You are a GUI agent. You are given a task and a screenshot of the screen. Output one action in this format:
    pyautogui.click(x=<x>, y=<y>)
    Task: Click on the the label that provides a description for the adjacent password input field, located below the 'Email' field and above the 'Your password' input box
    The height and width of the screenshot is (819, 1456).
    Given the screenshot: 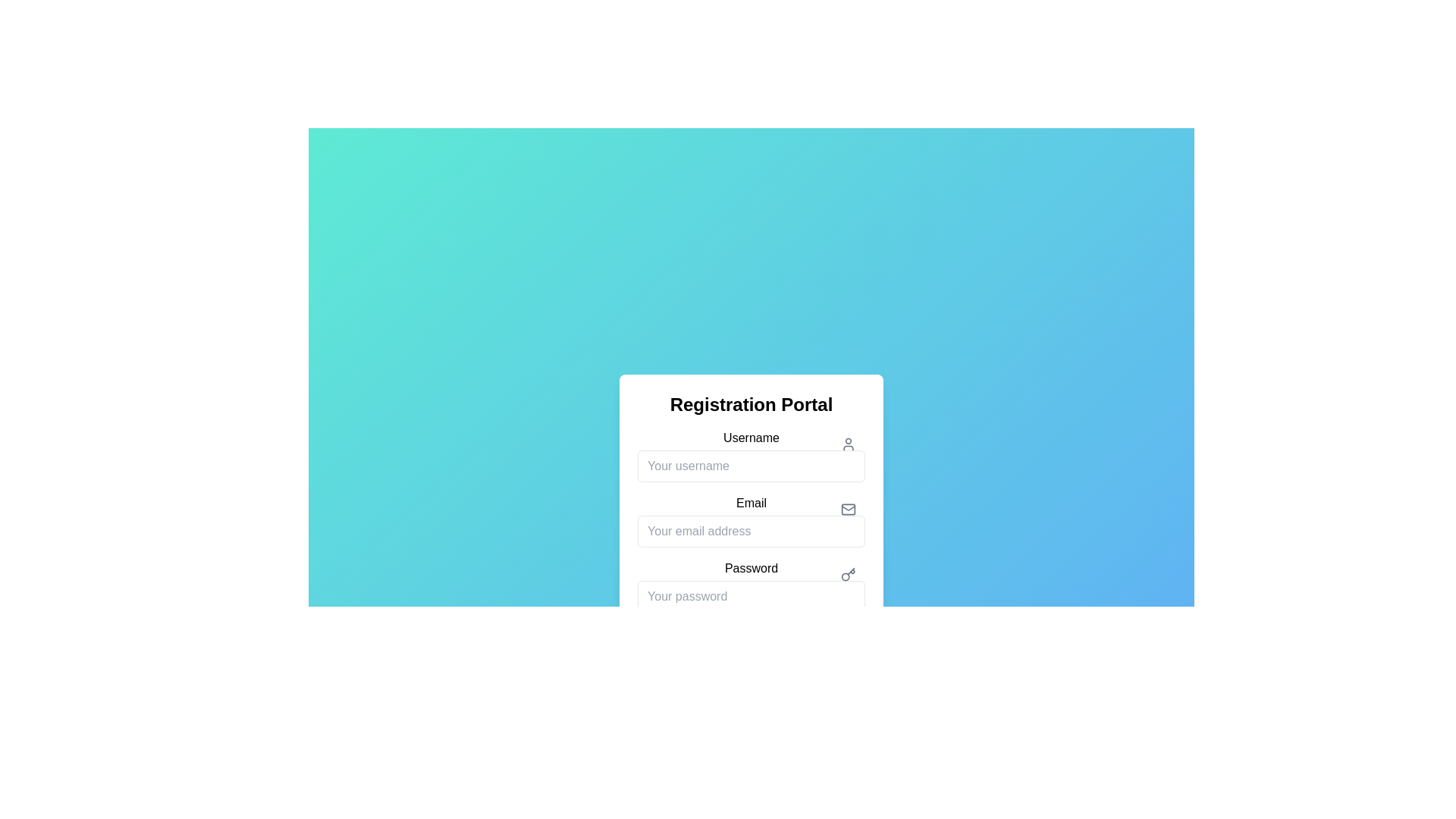 What is the action you would take?
    pyautogui.click(x=751, y=568)
    